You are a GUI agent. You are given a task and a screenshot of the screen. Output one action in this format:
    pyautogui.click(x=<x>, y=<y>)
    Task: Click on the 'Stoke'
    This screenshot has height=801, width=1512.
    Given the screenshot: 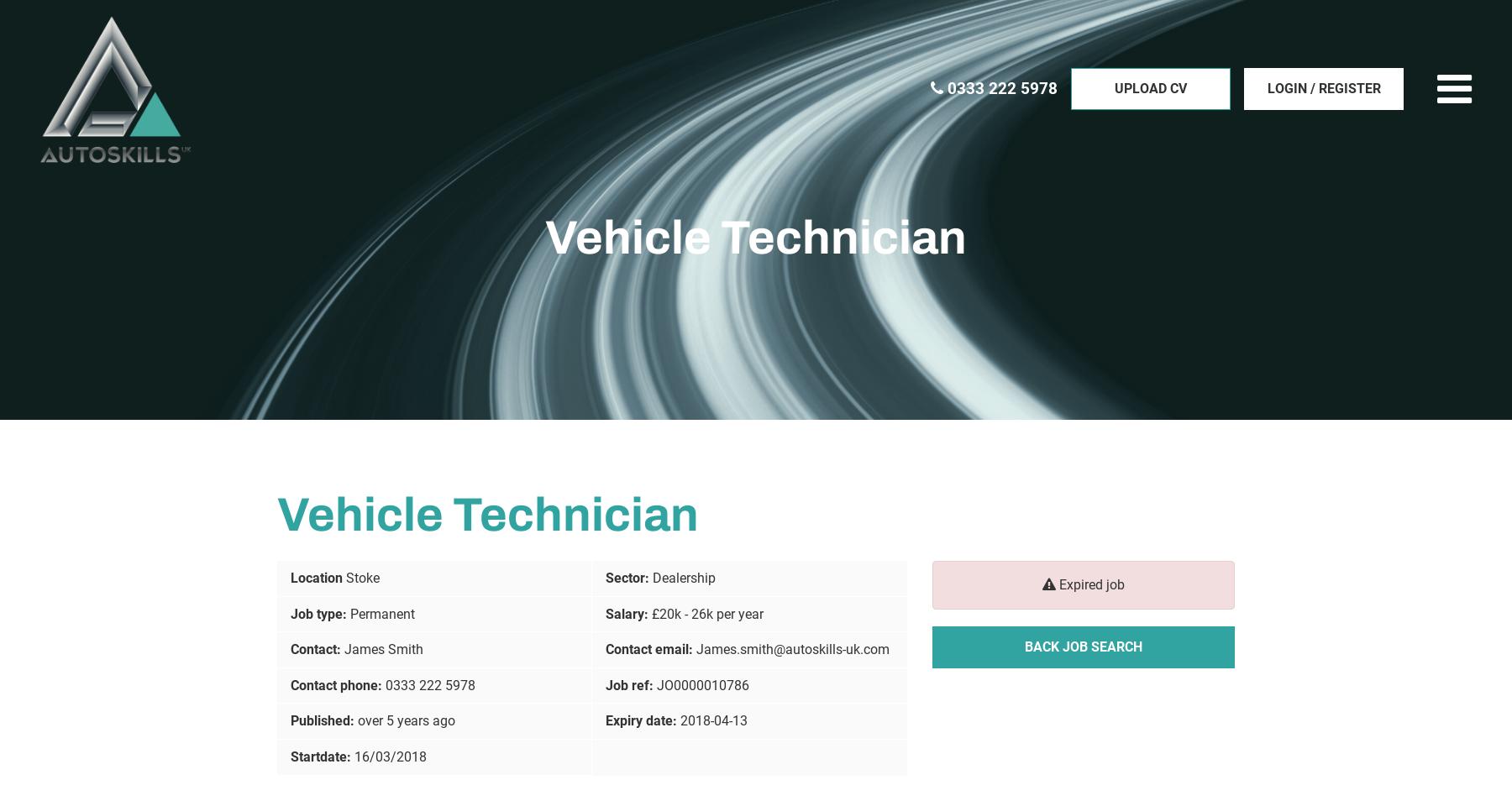 What is the action you would take?
    pyautogui.click(x=363, y=576)
    